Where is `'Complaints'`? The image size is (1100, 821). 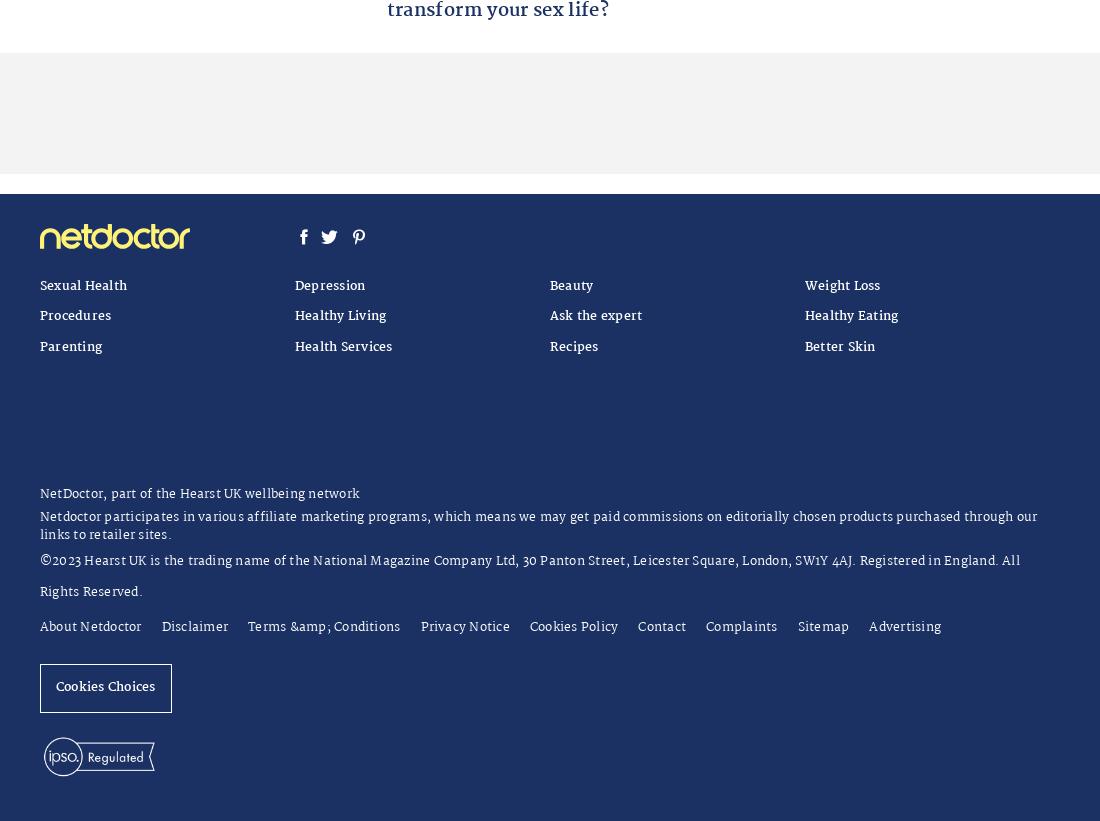 'Complaints' is located at coordinates (740, 627).